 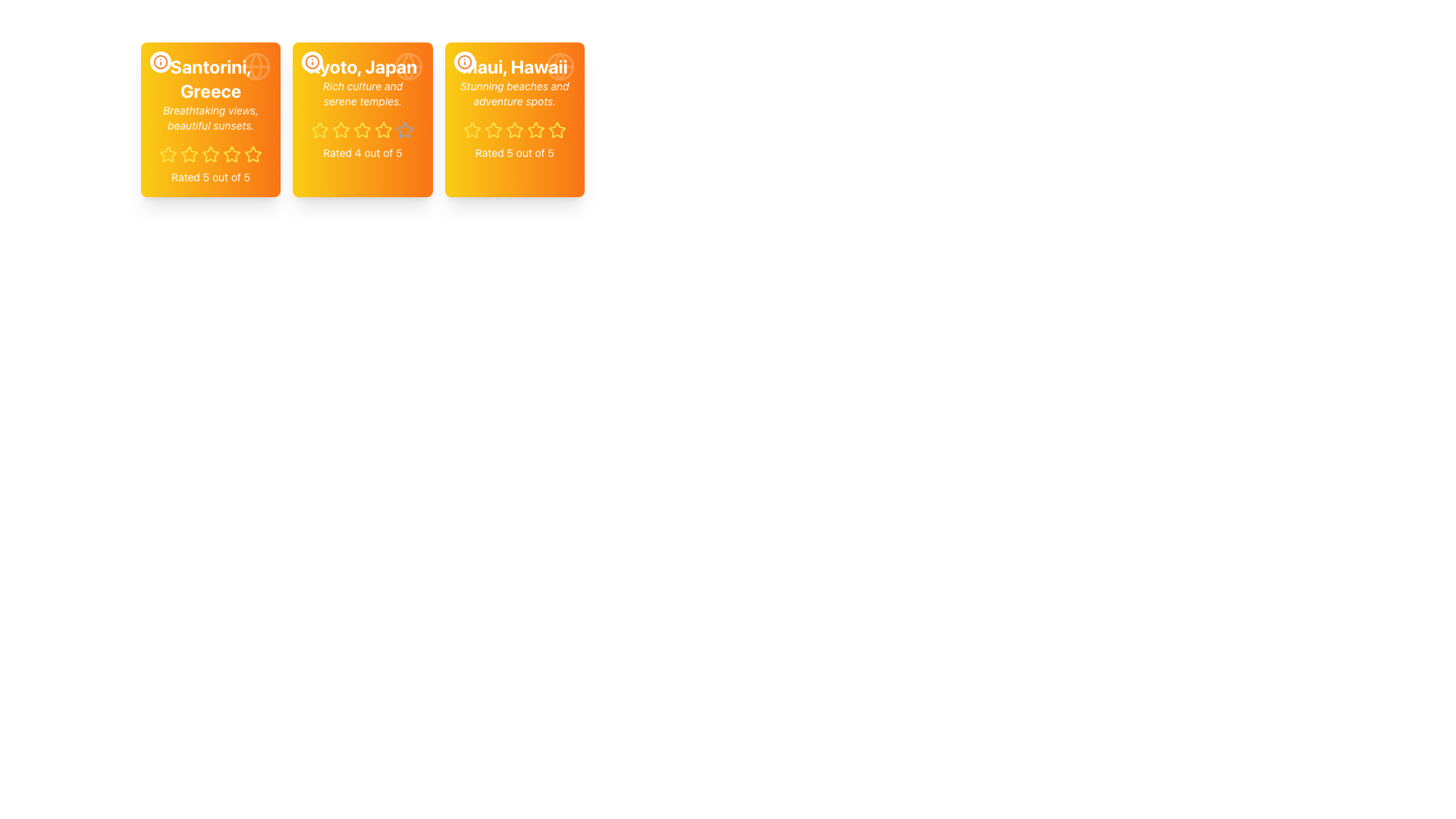 What do you see at coordinates (160, 61) in the screenshot?
I see `the circular informational icon button with an orange border located in the top-left corner of the 'Santorini, Greece' card` at bounding box center [160, 61].